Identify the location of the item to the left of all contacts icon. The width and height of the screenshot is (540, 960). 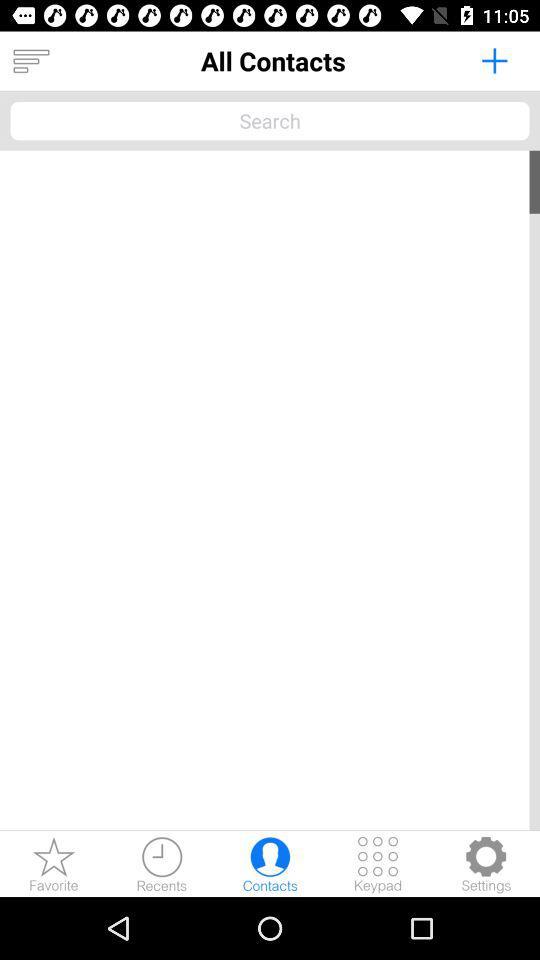
(30, 61).